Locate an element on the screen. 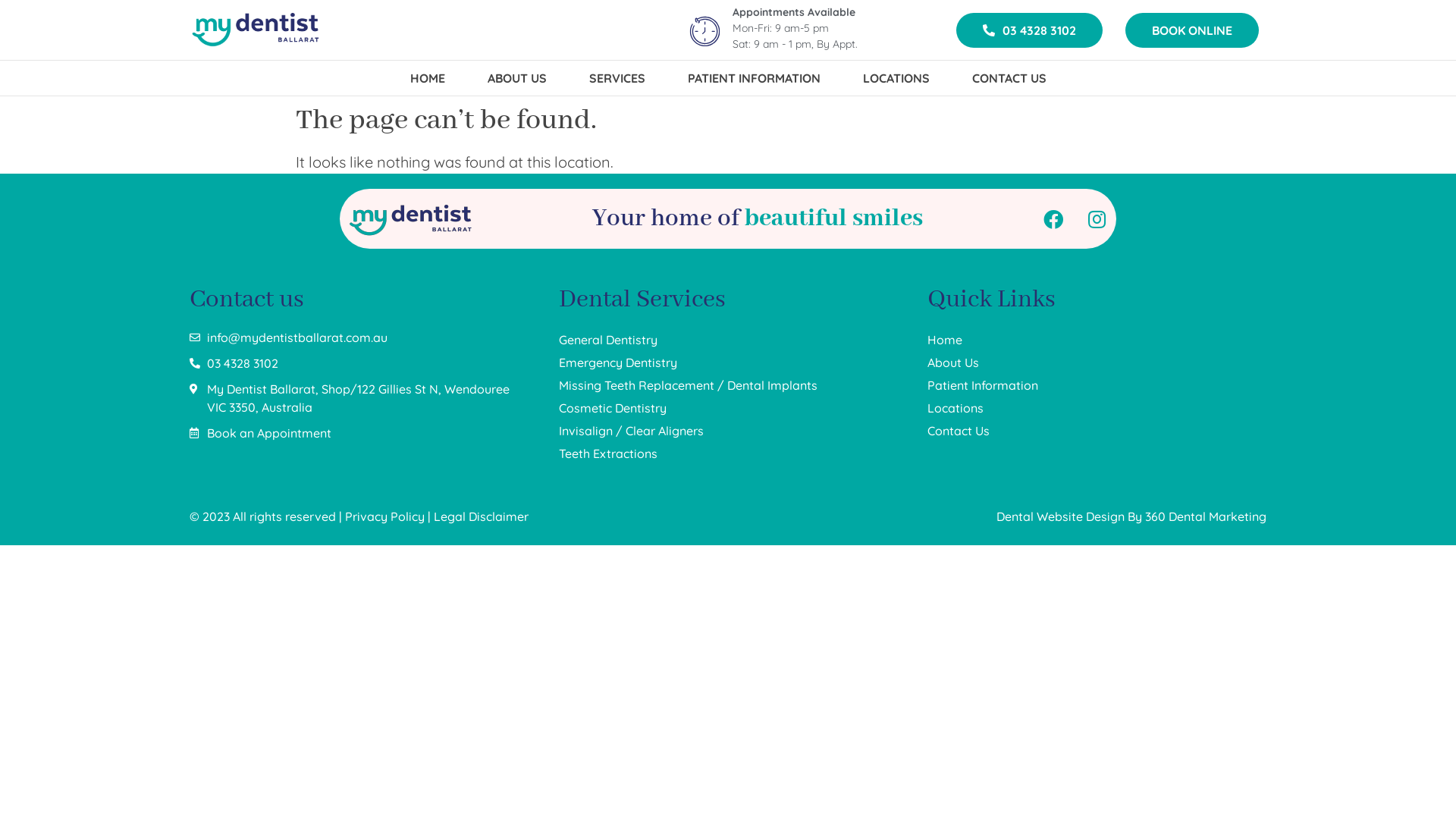  'BOOK ONLINE' is located at coordinates (1191, 29).